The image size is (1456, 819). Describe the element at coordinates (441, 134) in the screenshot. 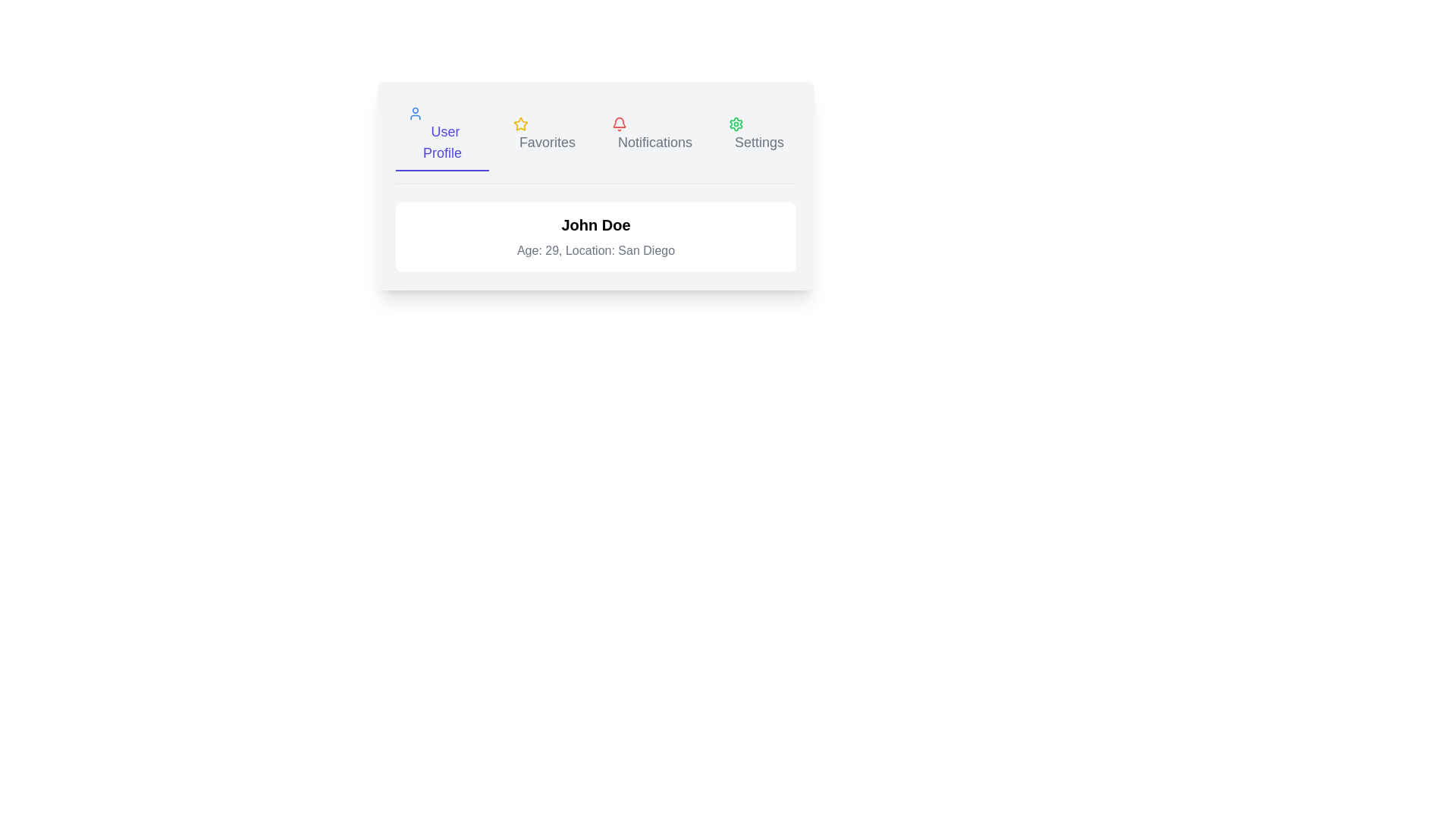

I see `the first tab from the left in the horizontal navigation bar` at that location.